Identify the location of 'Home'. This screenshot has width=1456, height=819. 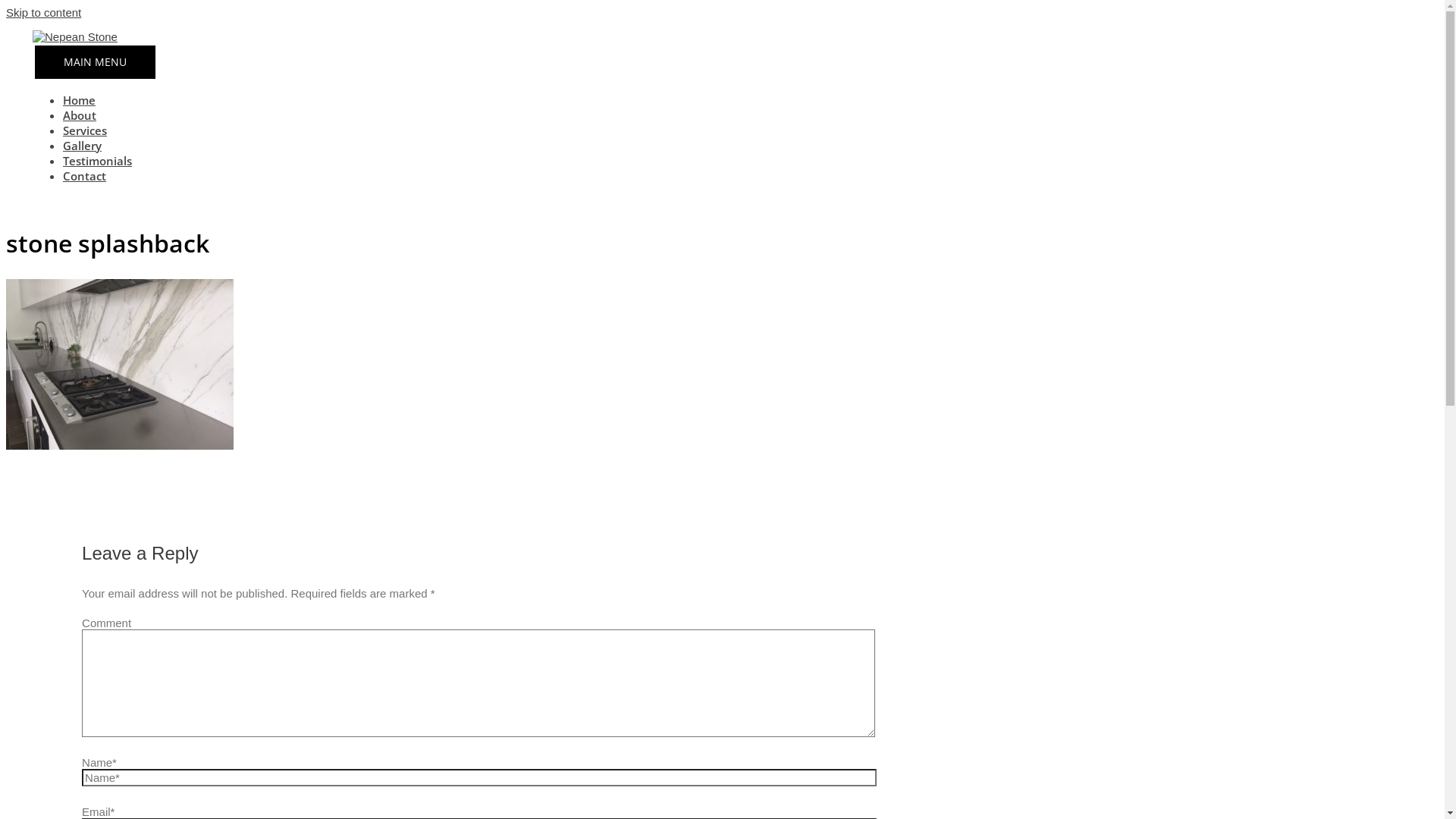
(78, 99).